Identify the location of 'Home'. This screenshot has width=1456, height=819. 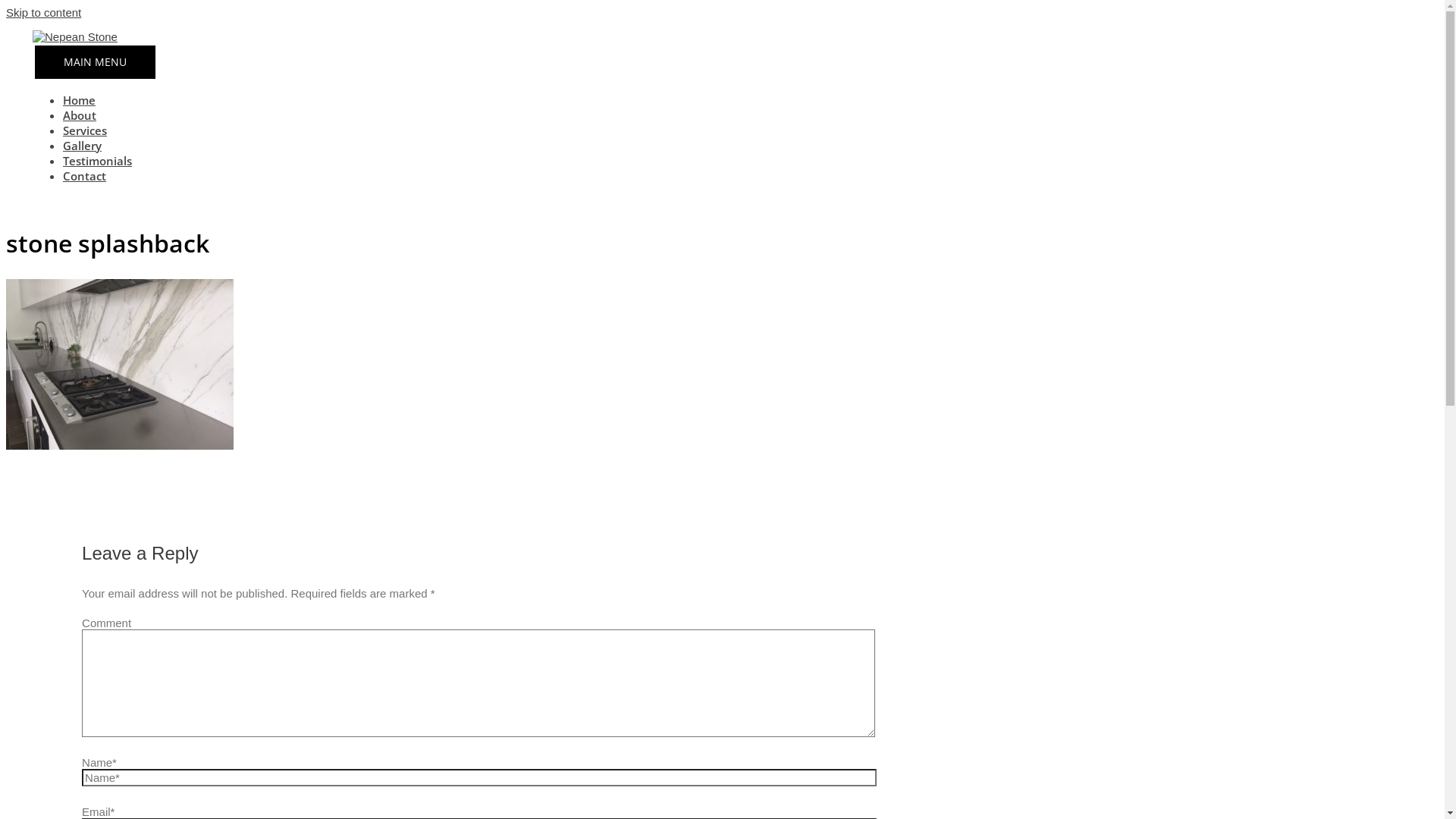
(78, 99).